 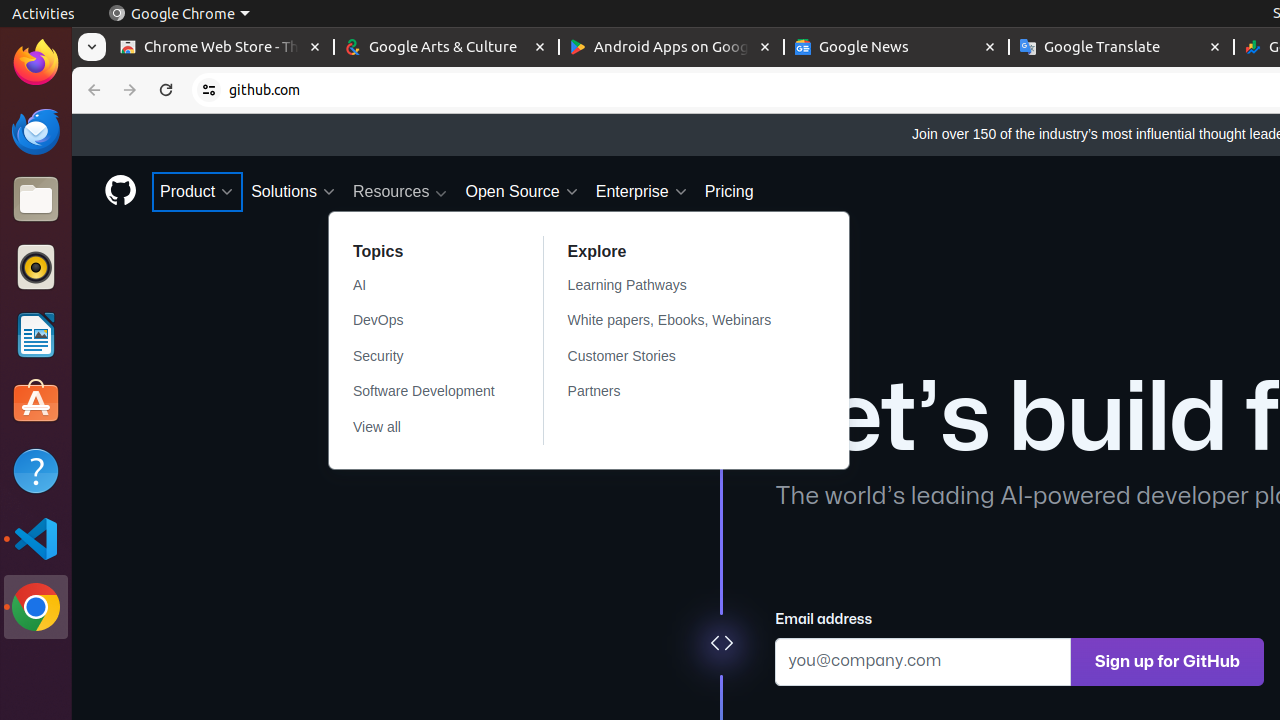 I want to click on 'View all', so click(x=422, y=426).